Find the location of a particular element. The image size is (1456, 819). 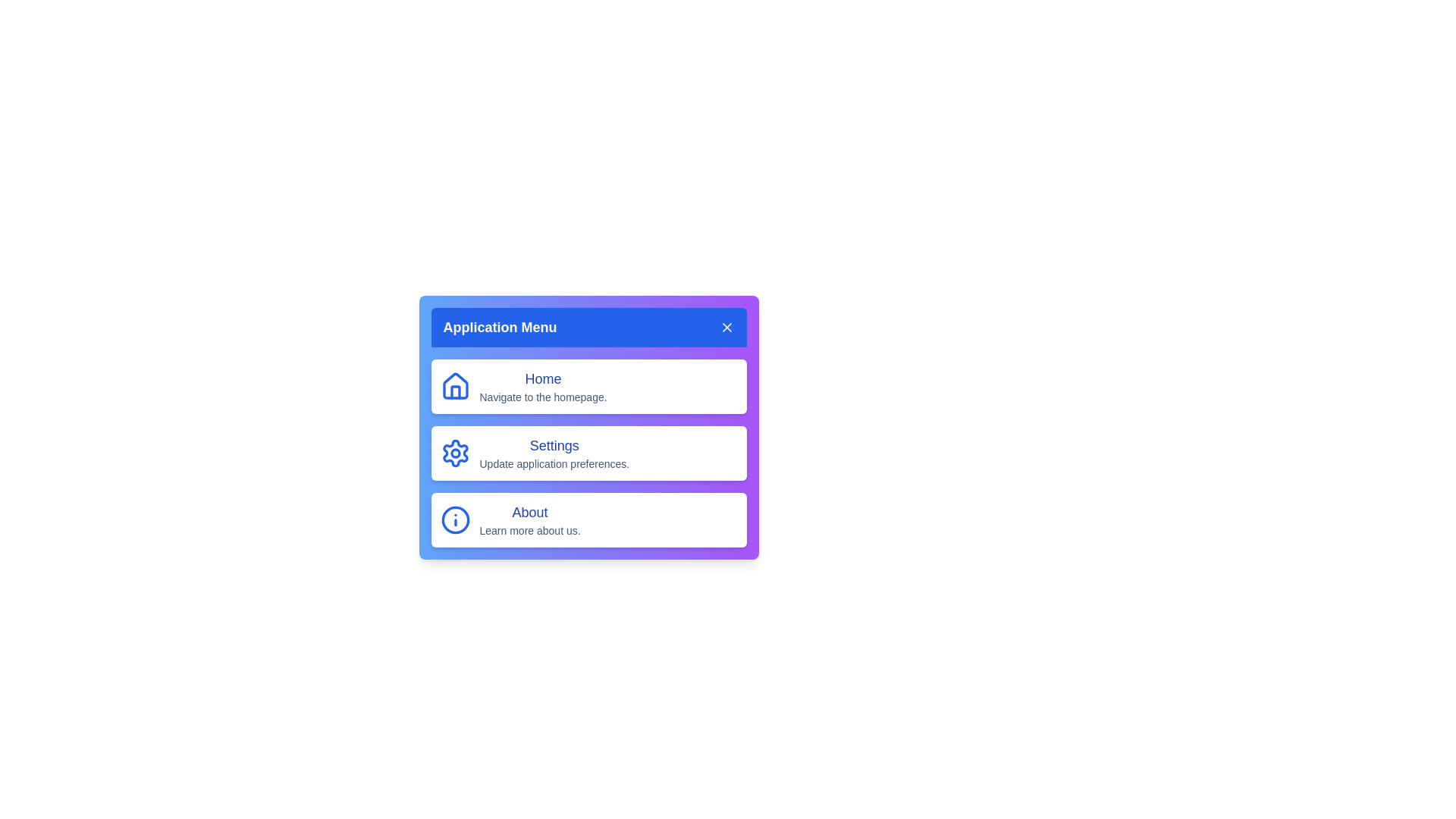

the menu item About and interact with it is located at coordinates (588, 519).